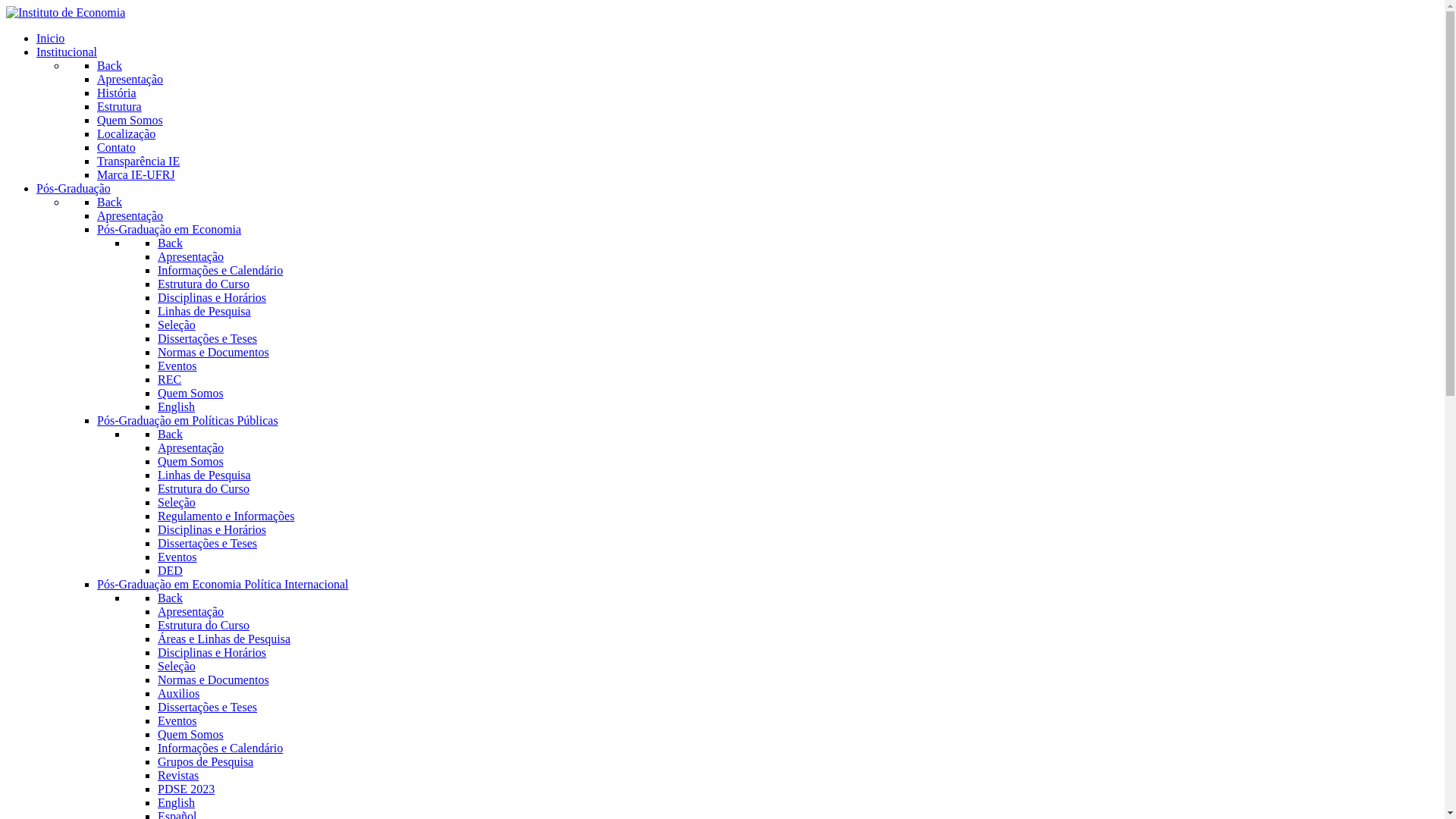  What do you see at coordinates (157, 366) in the screenshot?
I see `'Eventos'` at bounding box center [157, 366].